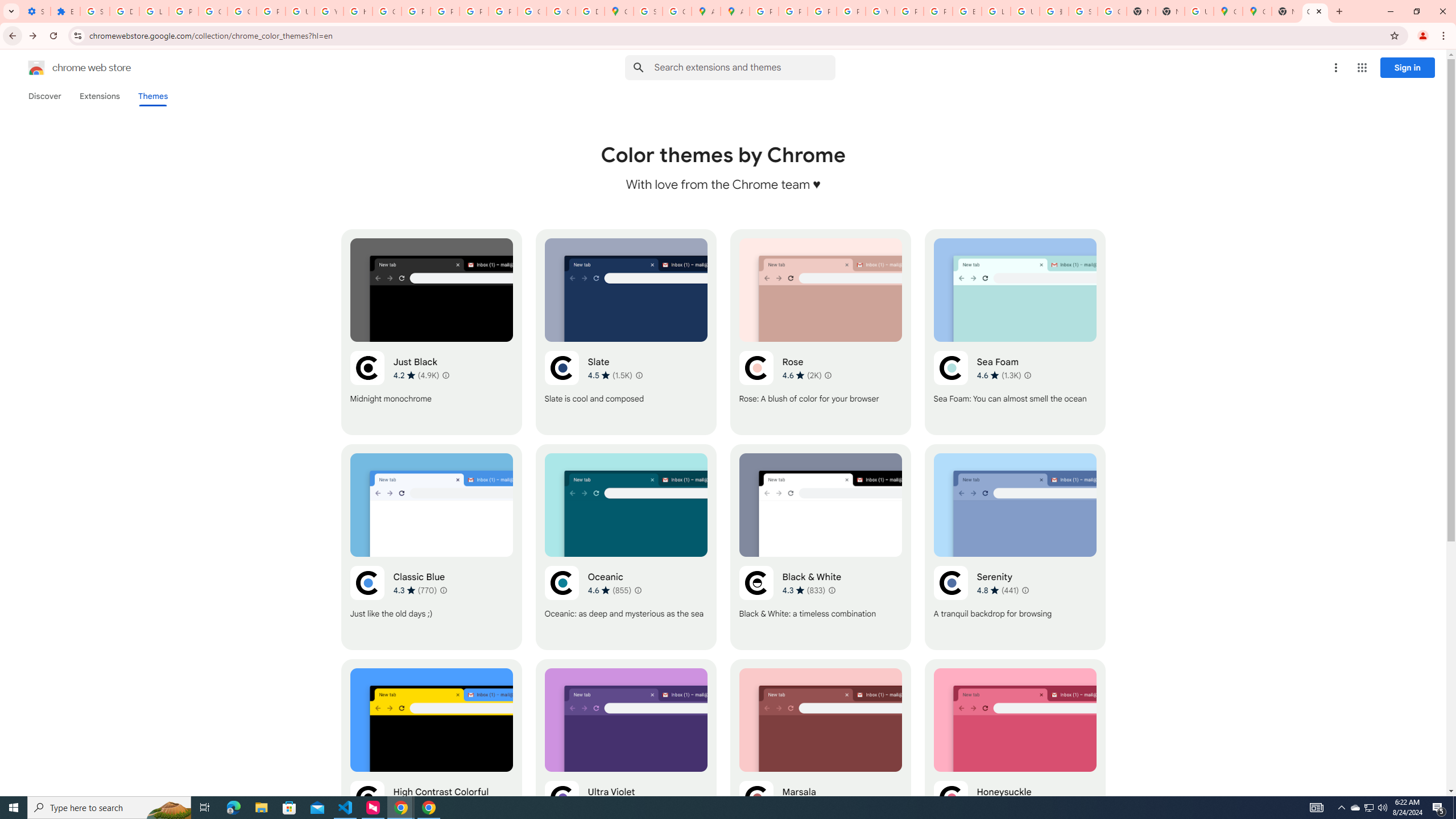 This screenshot has height=819, width=1456. Describe the element at coordinates (415, 590) in the screenshot. I see `'Average rating 4.3 out of 5 stars. 770 ratings.'` at that location.